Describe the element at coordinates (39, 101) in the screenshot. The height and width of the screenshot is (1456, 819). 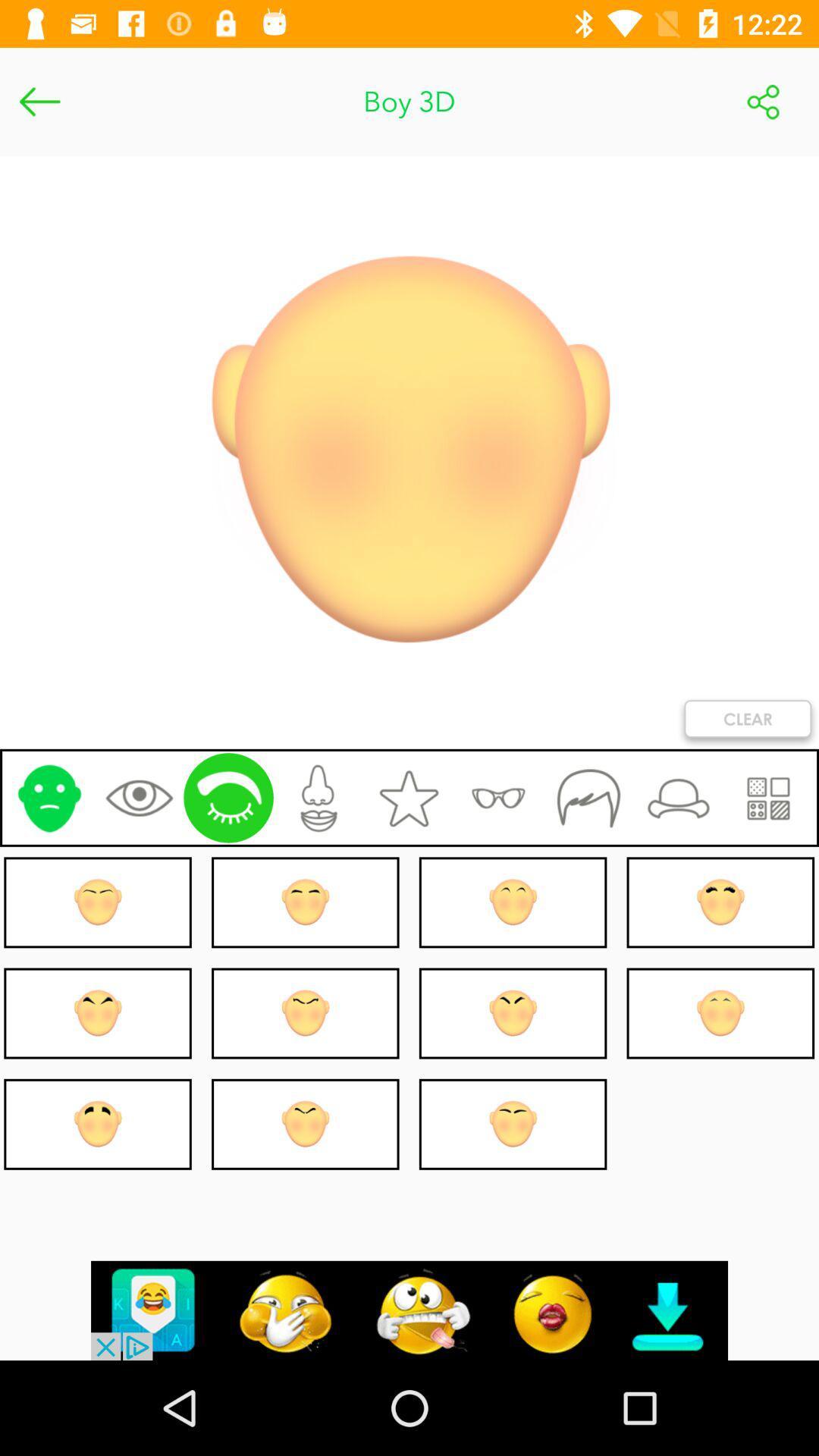
I see `go back` at that location.